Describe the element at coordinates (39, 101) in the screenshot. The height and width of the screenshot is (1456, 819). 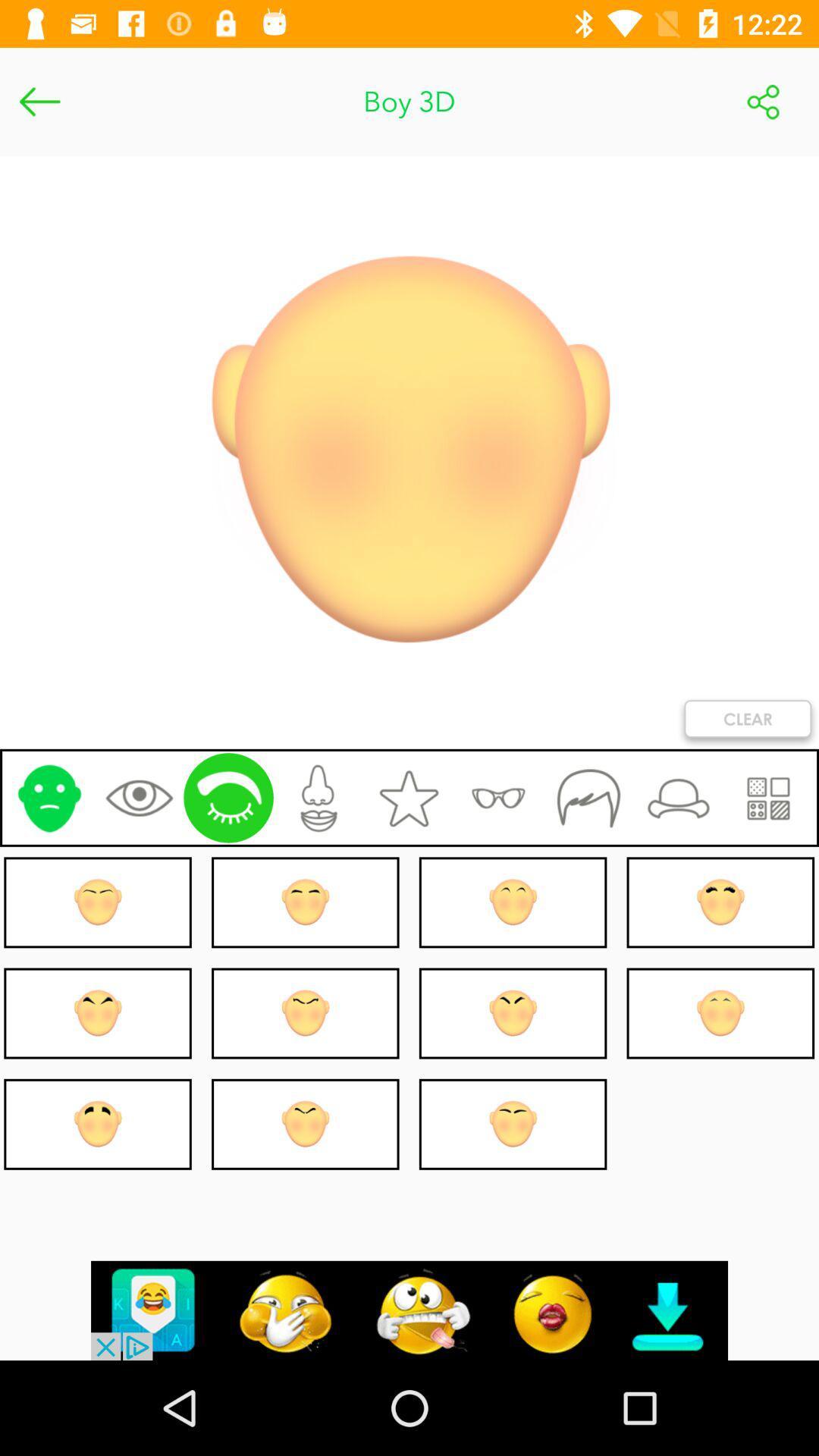
I see `go back` at that location.